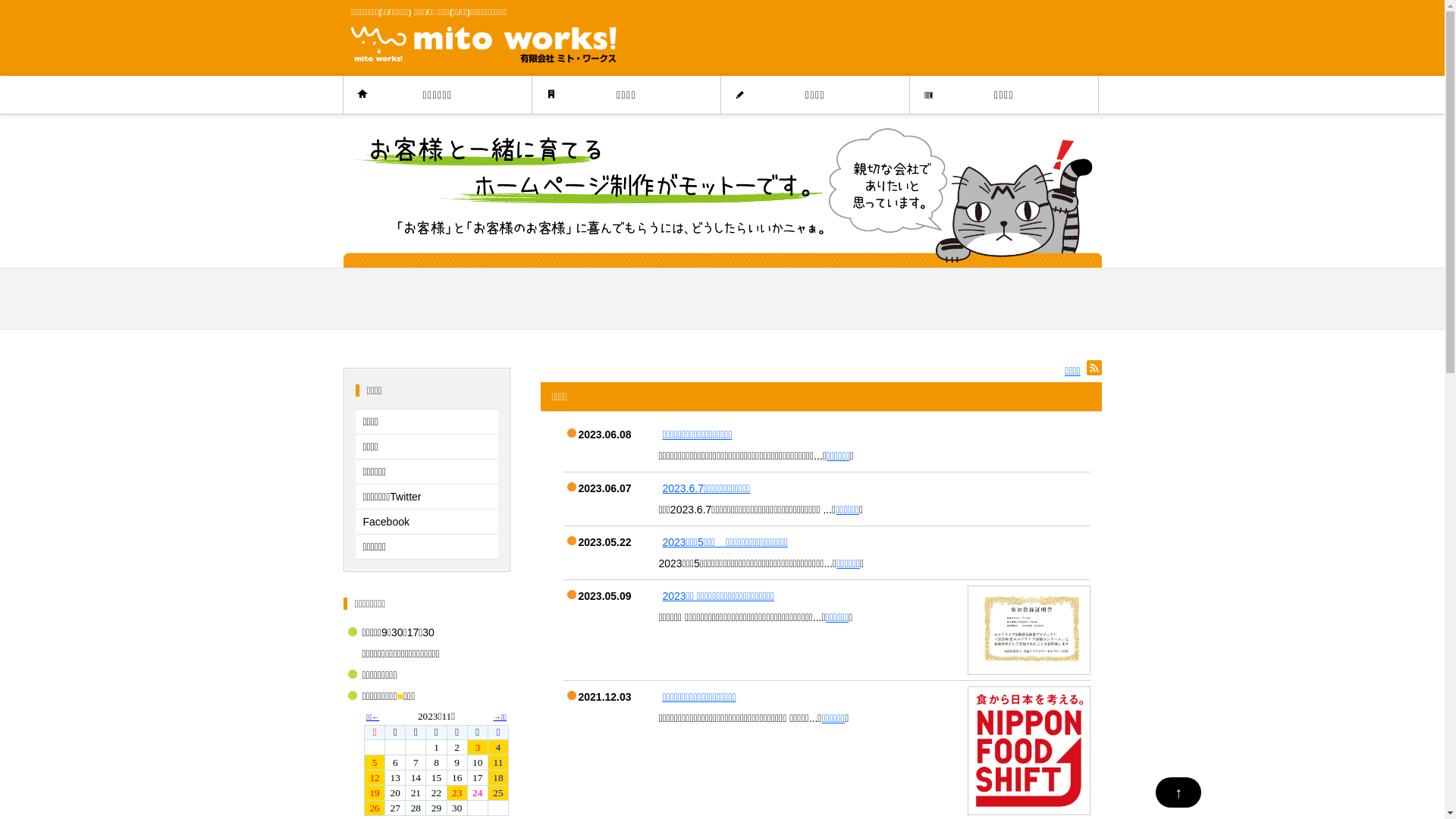 This screenshot has width=1456, height=819. What do you see at coordinates (425, 520) in the screenshot?
I see `'Facebook'` at bounding box center [425, 520].